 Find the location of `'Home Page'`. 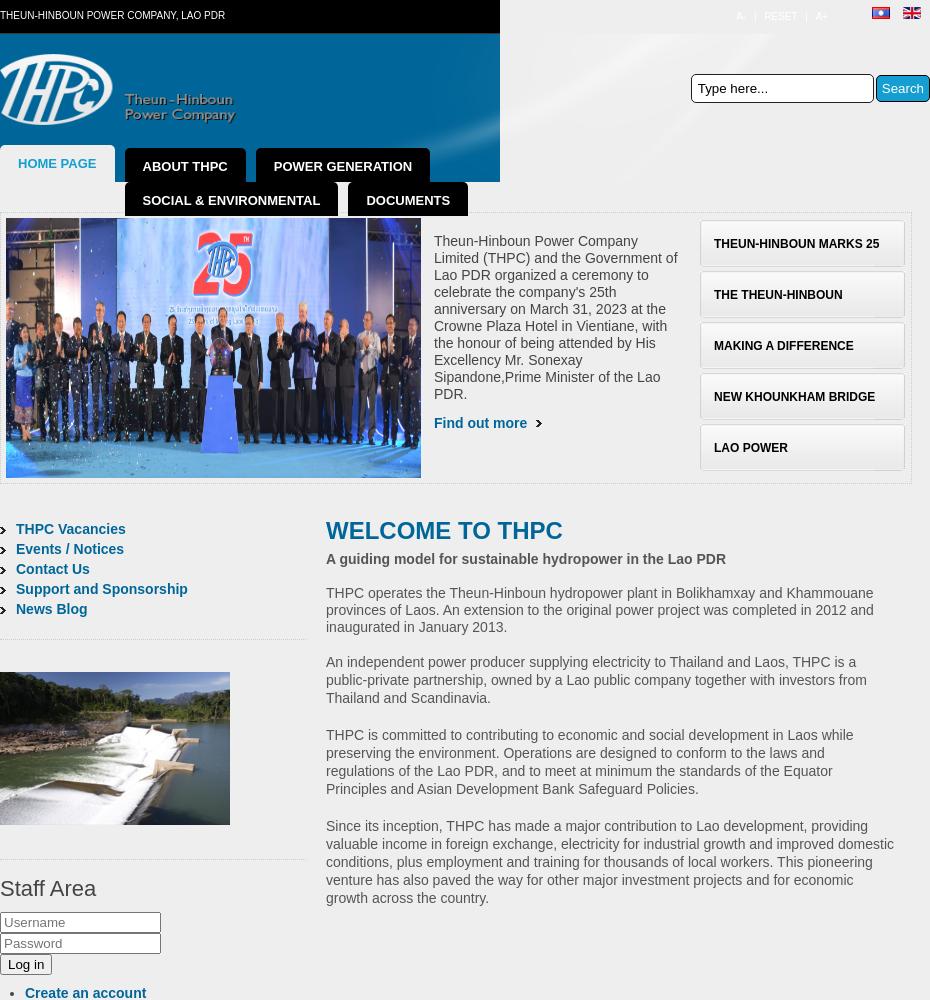

'Home Page' is located at coordinates (56, 163).